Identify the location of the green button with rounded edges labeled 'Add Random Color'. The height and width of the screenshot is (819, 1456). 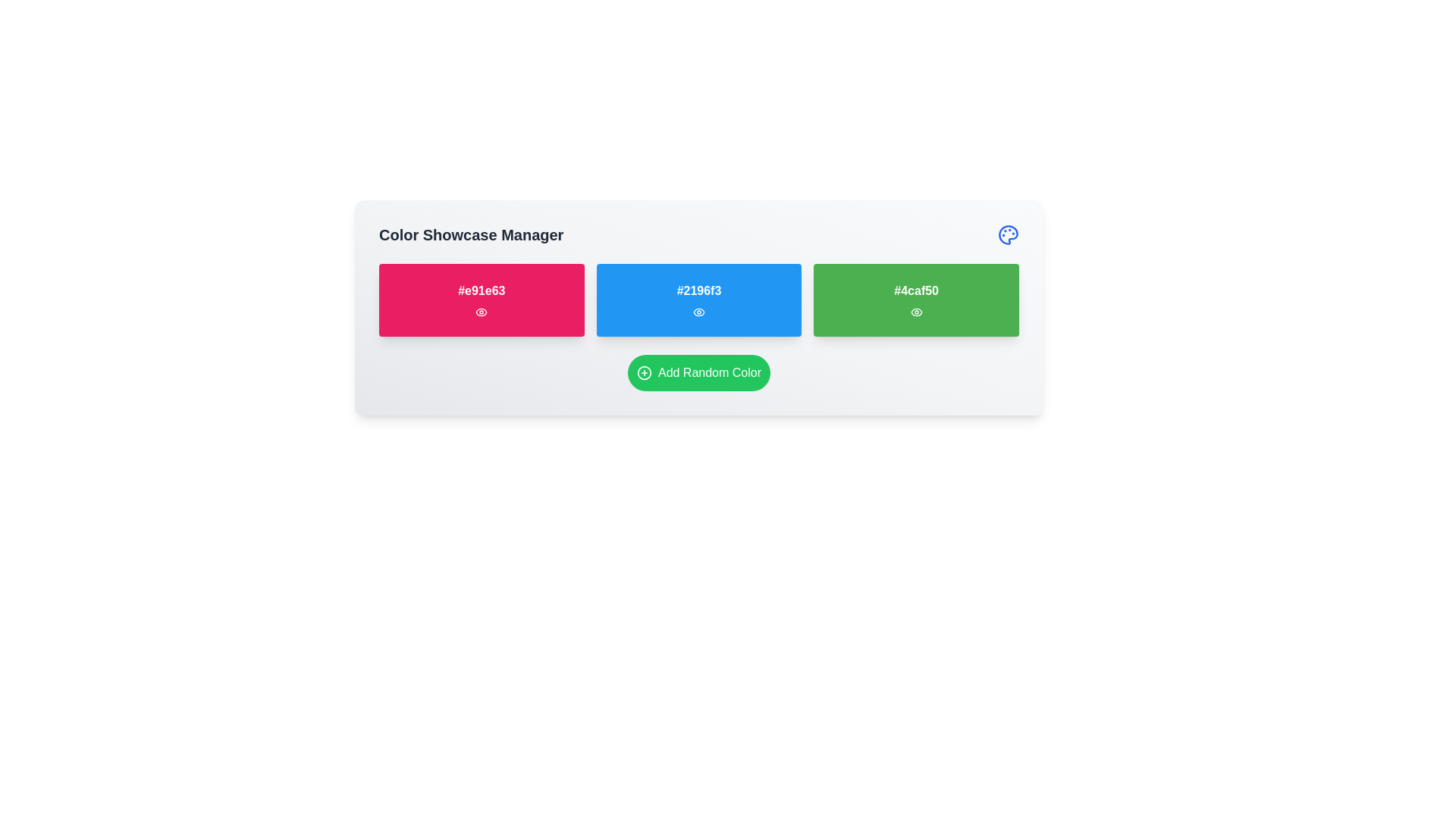
(698, 373).